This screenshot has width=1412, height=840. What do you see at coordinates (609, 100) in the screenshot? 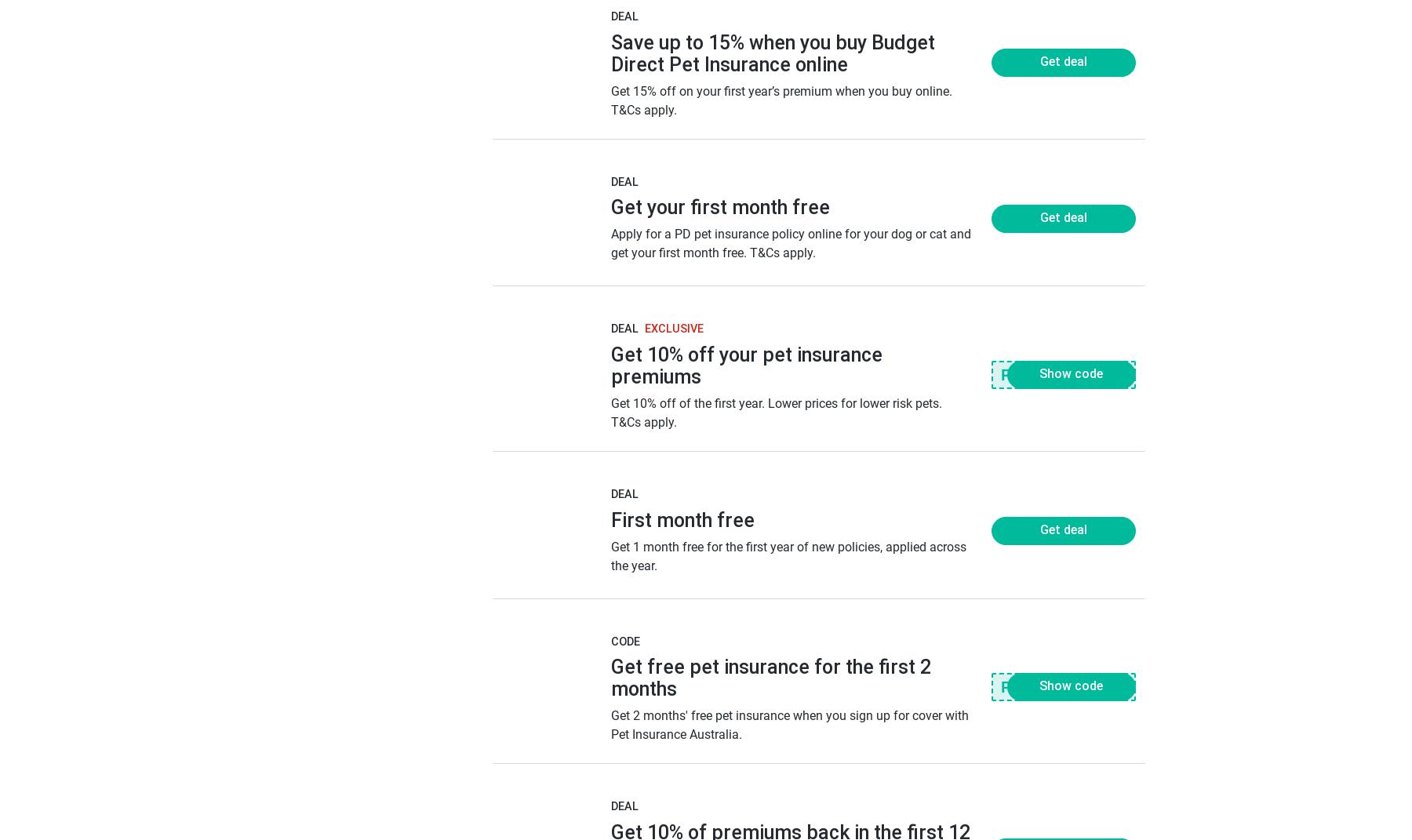
I see `'Get 15% off on your first year’s premium when you buy online. T&Cs apply.'` at bounding box center [609, 100].